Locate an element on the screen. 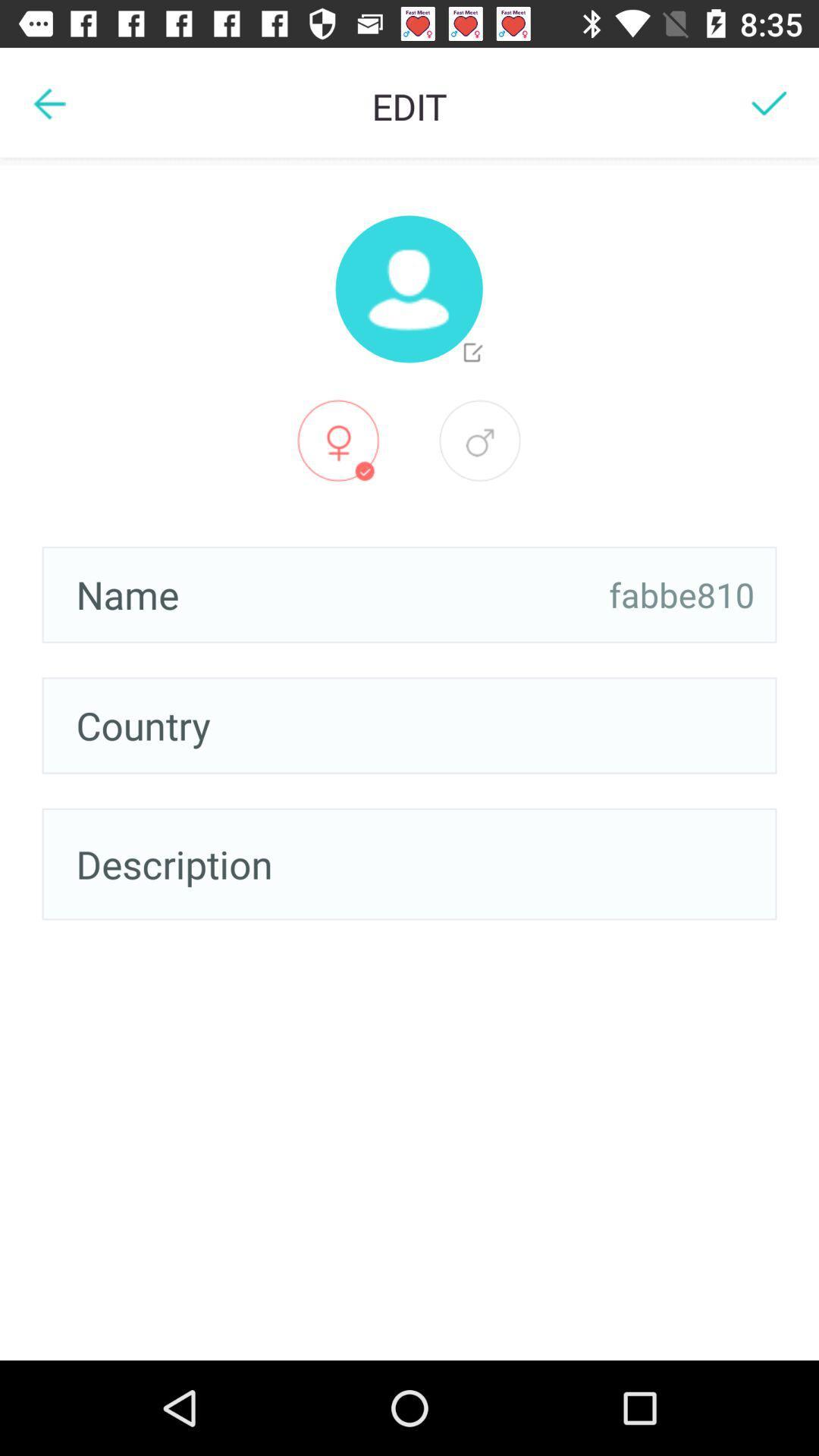 This screenshot has height=1456, width=819. the fabbe810 is located at coordinates (681, 594).